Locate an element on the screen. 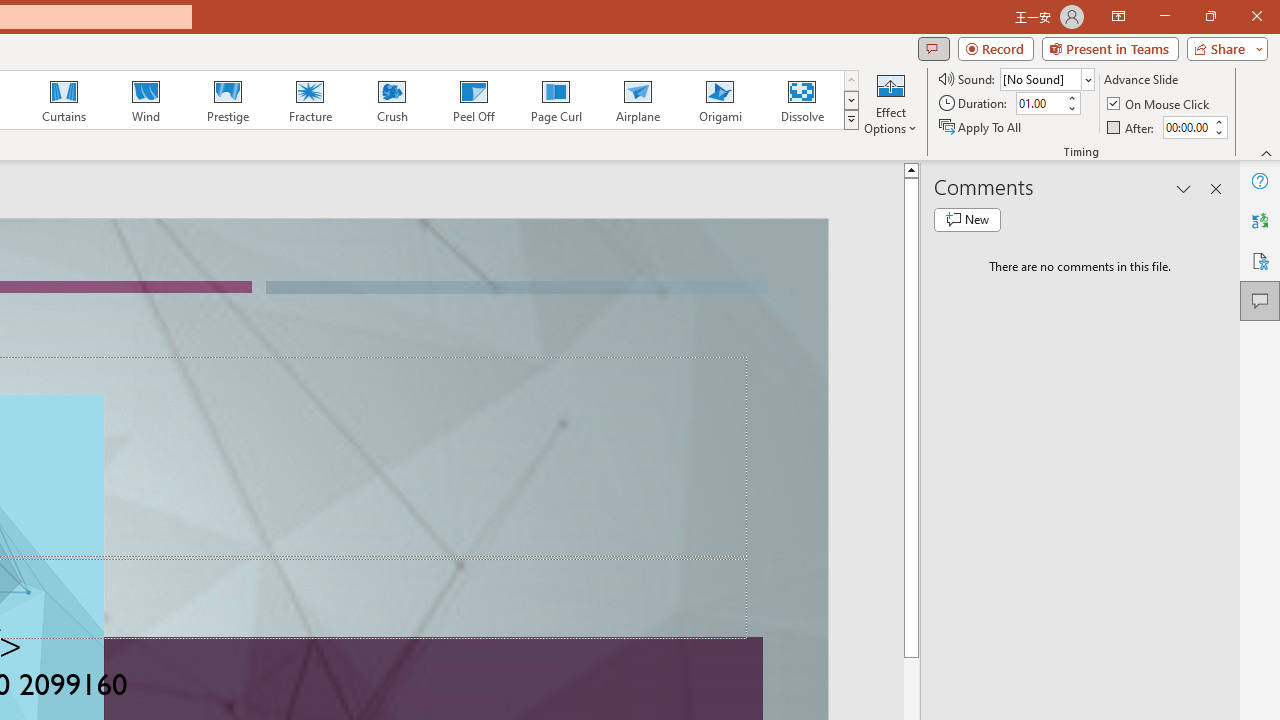  'Crush' is located at coordinates (391, 100).